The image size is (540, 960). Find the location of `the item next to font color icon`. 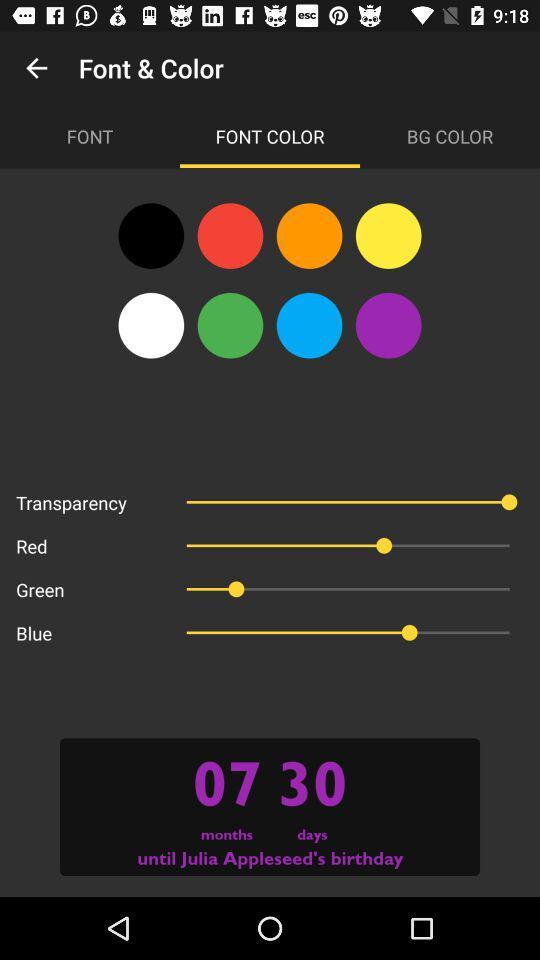

the item next to font color icon is located at coordinates (449, 135).